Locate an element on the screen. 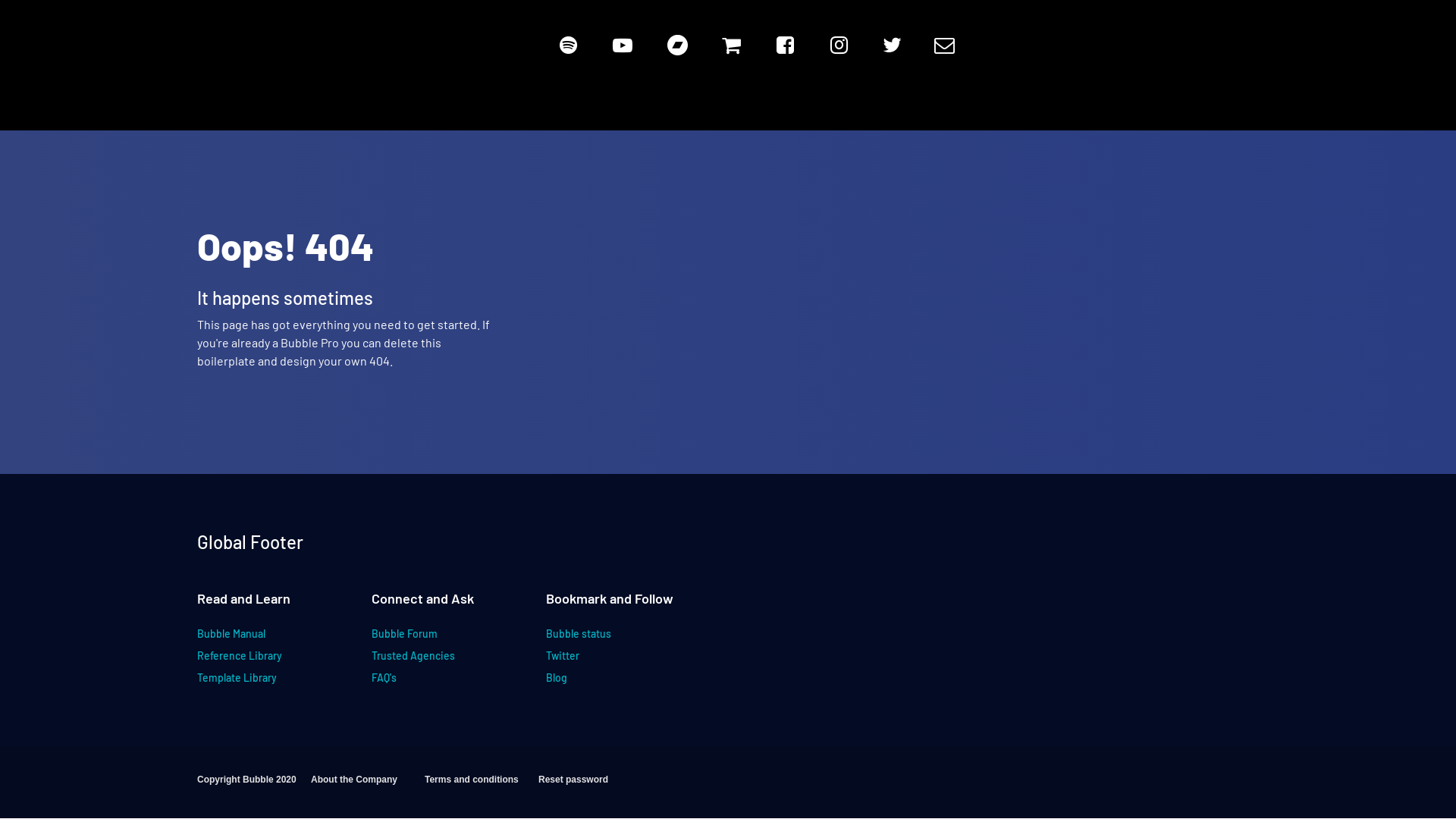 Image resolution: width=1456 pixels, height=819 pixels. 'Bubble status' is located at coordinates (546, 639).